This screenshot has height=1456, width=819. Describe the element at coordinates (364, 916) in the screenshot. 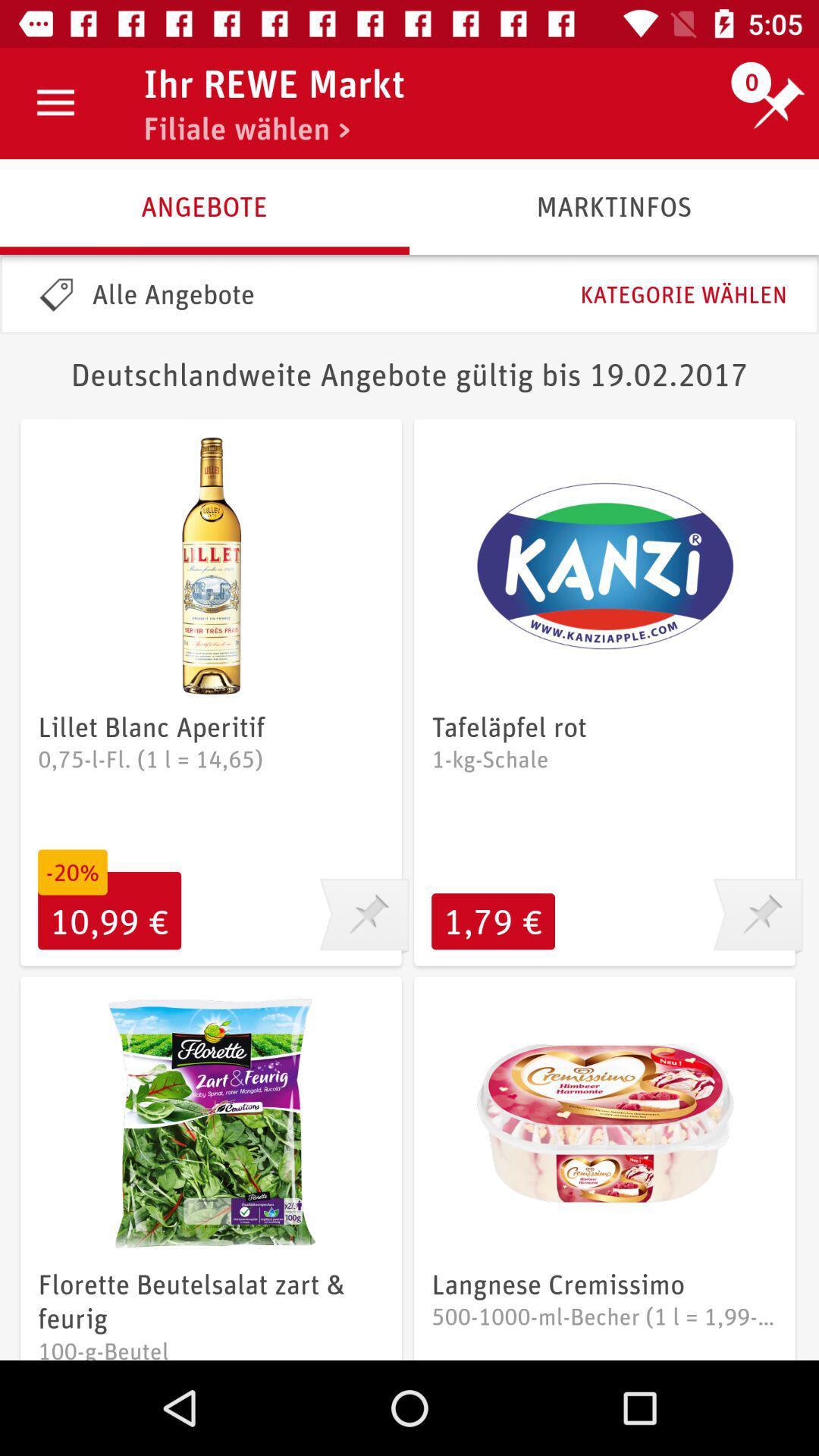

I see `this item` at that location.